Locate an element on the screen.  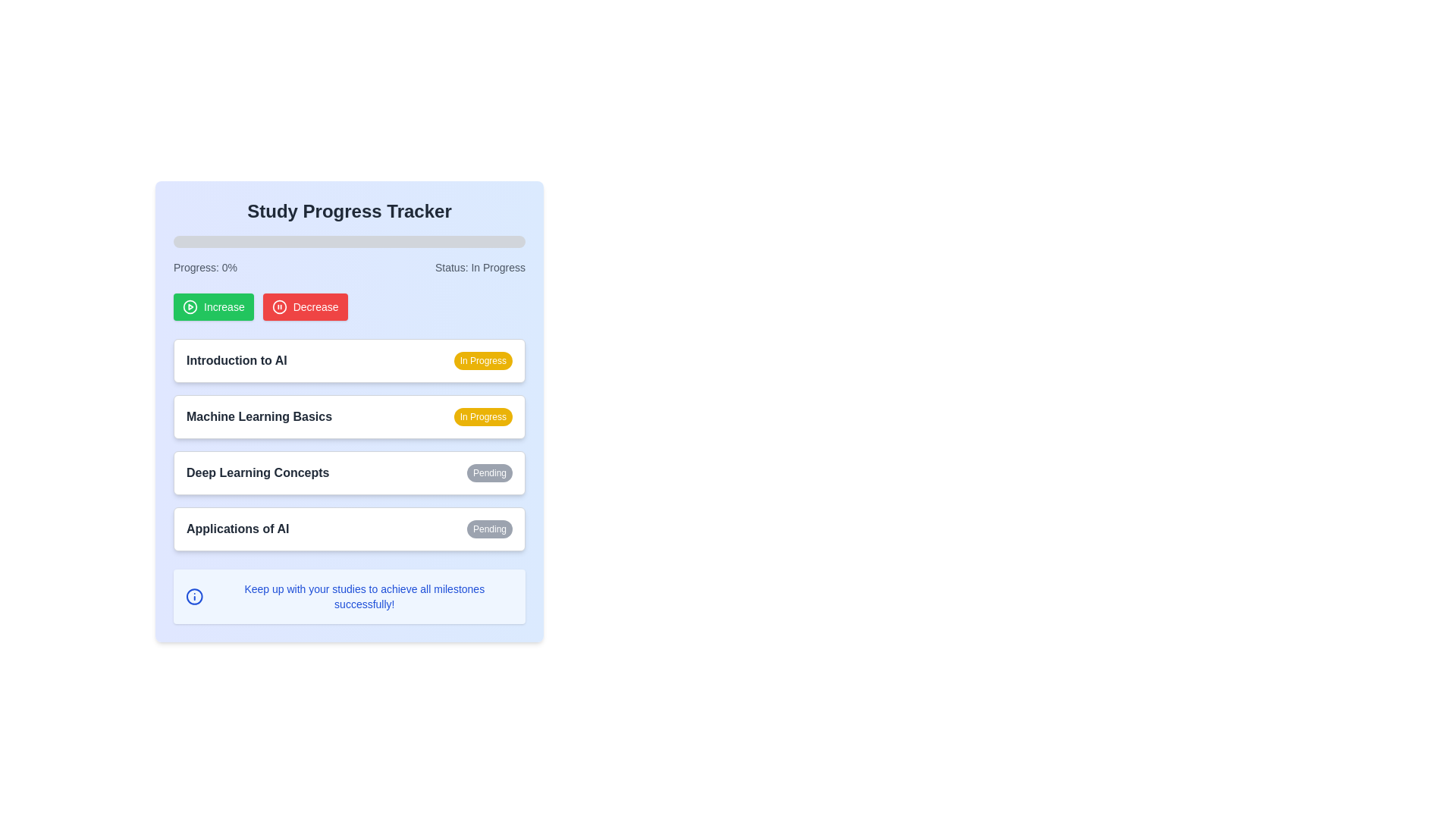
the text label reading 'Status: In Progress', which is styled in light gray on a light blue background and located in the top-right section of the interface is located at coordinates (479, 267).